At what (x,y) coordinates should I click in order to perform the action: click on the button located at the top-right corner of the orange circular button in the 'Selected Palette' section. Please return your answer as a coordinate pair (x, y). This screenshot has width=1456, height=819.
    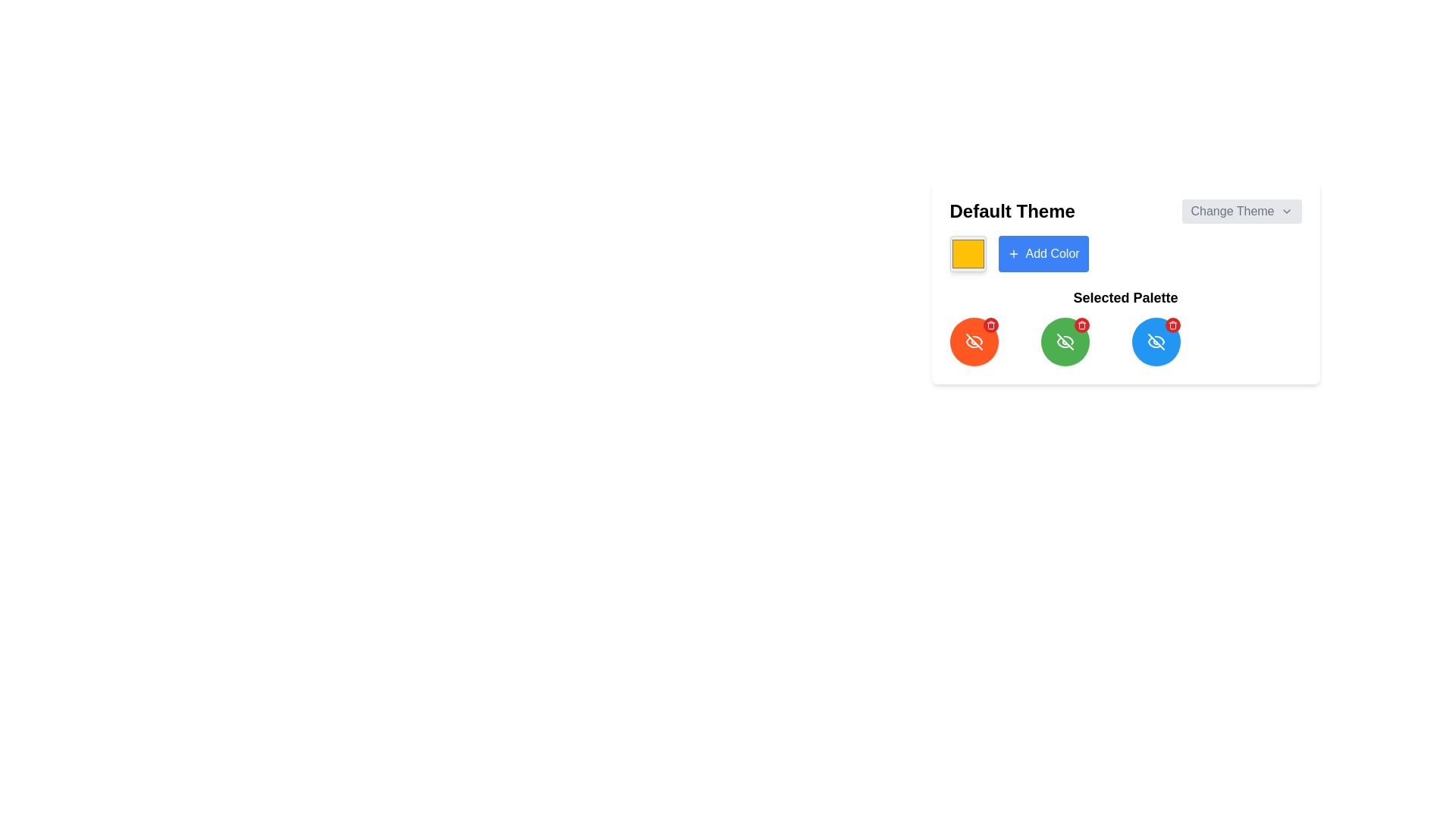
    Looking at the image, I should click on (990, 324).